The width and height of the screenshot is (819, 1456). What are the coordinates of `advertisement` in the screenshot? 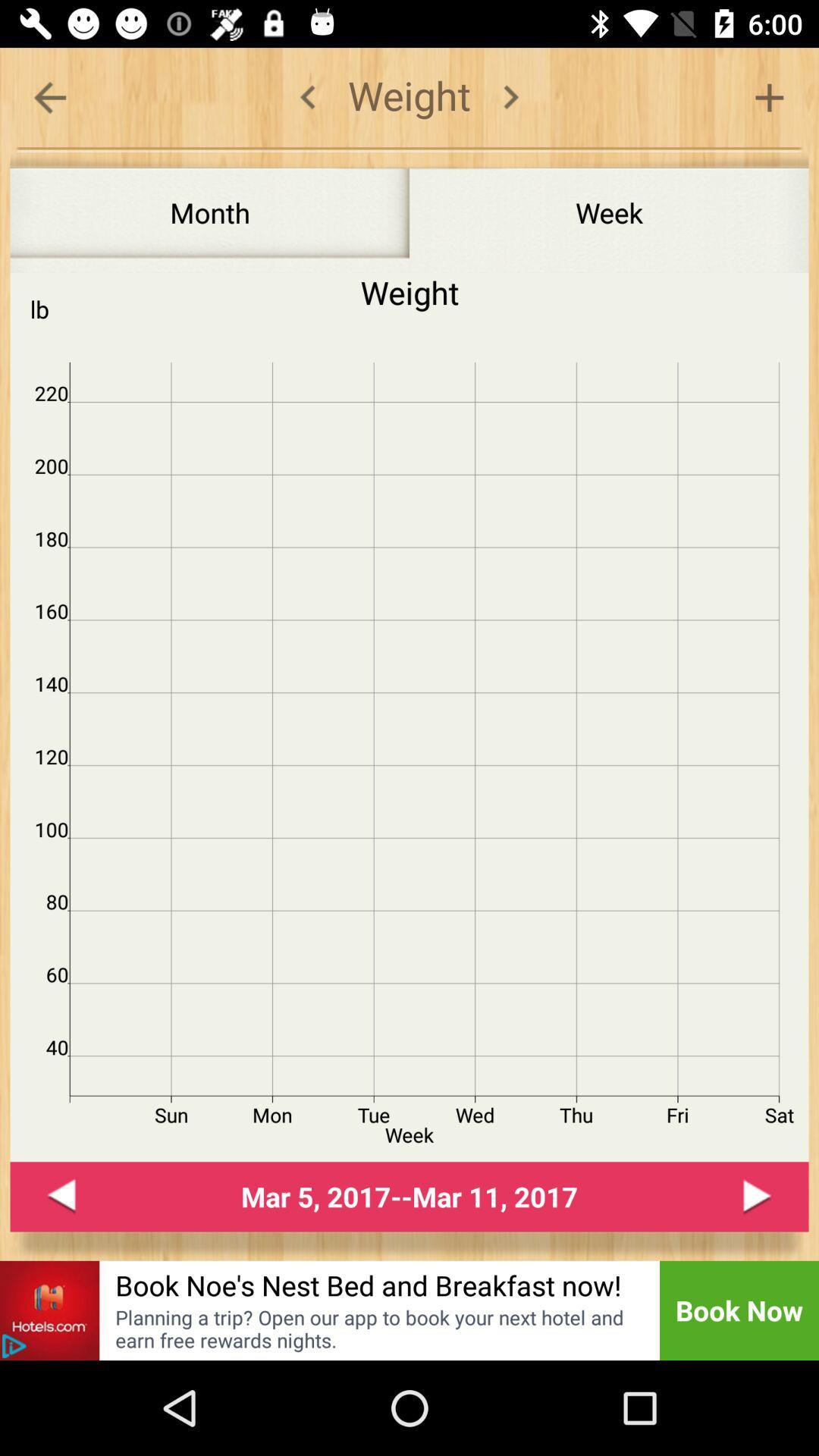 It's located at (49, 1310).